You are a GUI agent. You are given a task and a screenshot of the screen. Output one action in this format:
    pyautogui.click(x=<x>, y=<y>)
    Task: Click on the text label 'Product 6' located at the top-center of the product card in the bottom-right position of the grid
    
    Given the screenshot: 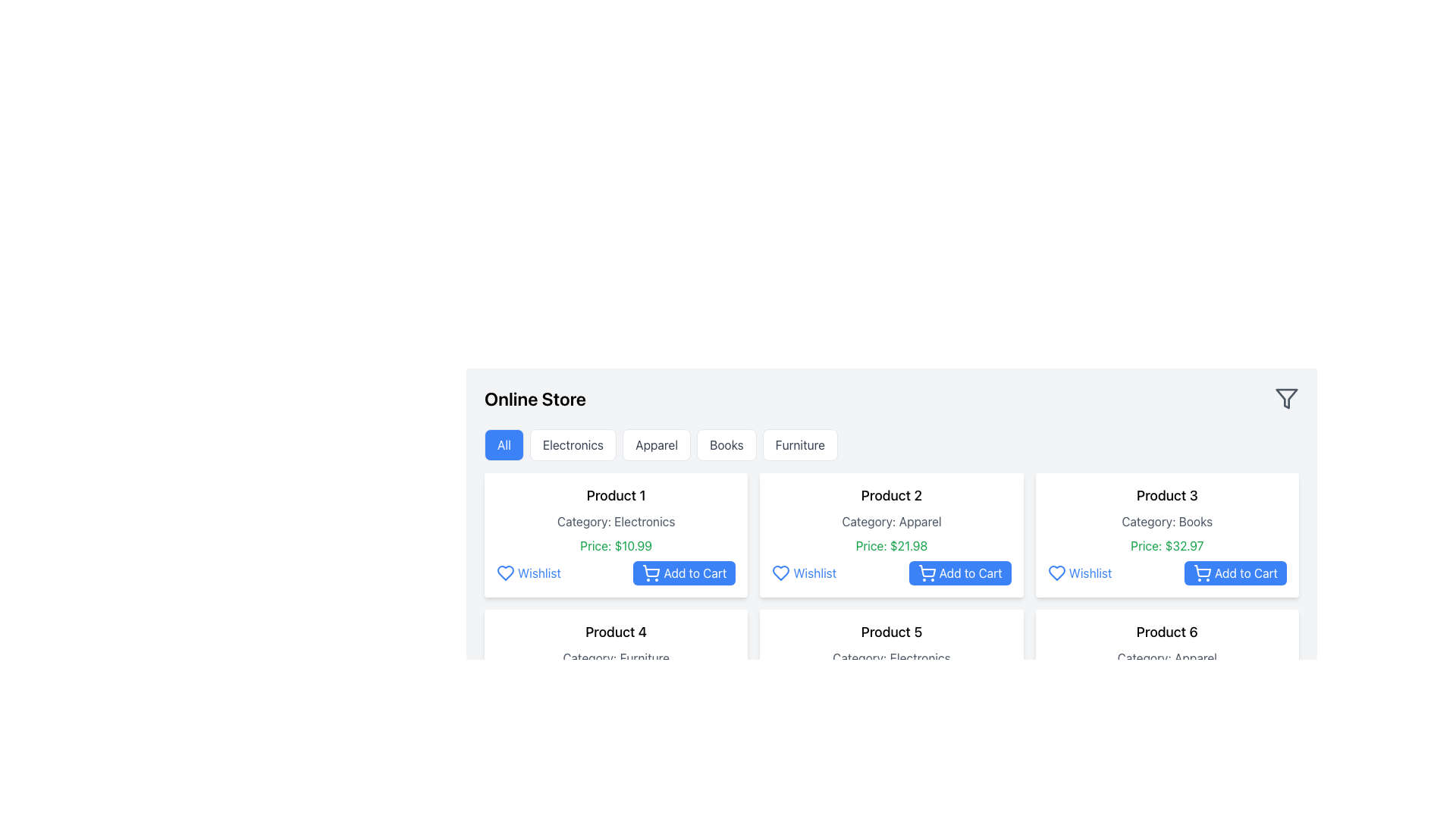 What is the action you would take?
    pyautogui.click(x=1166, y=632)
    